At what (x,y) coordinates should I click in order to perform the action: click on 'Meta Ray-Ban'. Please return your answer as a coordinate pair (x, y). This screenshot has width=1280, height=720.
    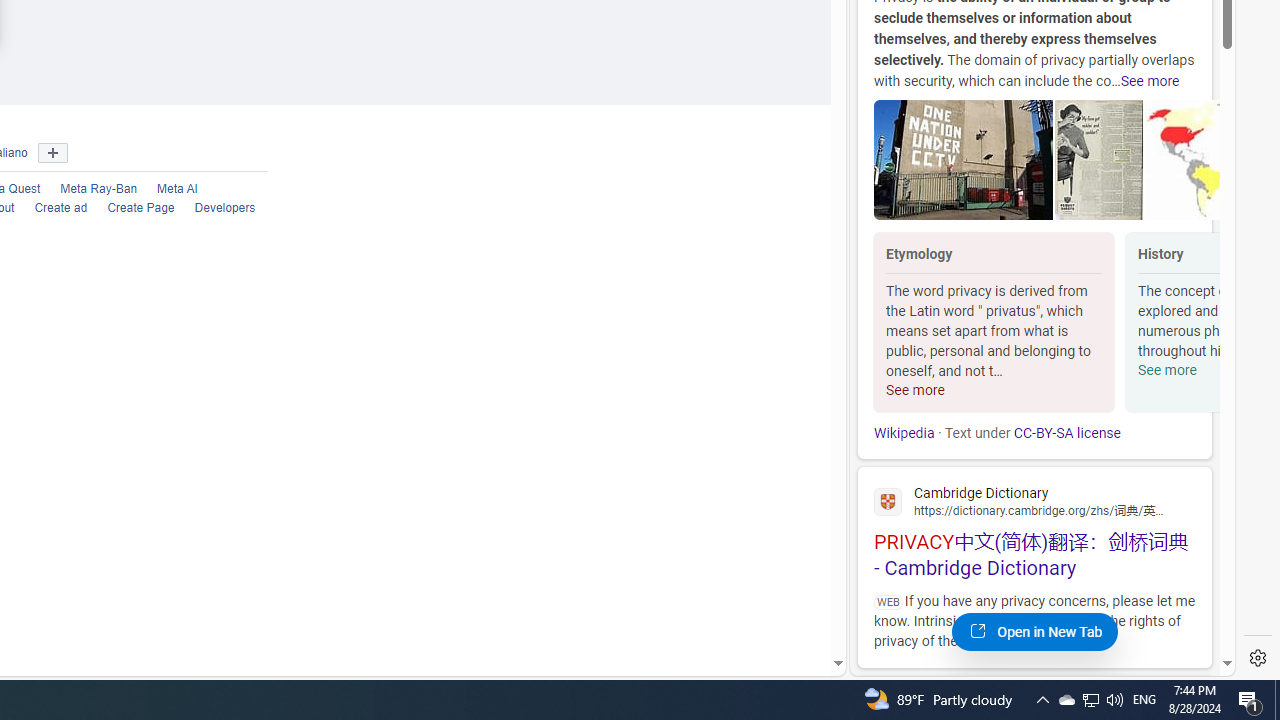
    Looking at the image, I should click on (87, 190).